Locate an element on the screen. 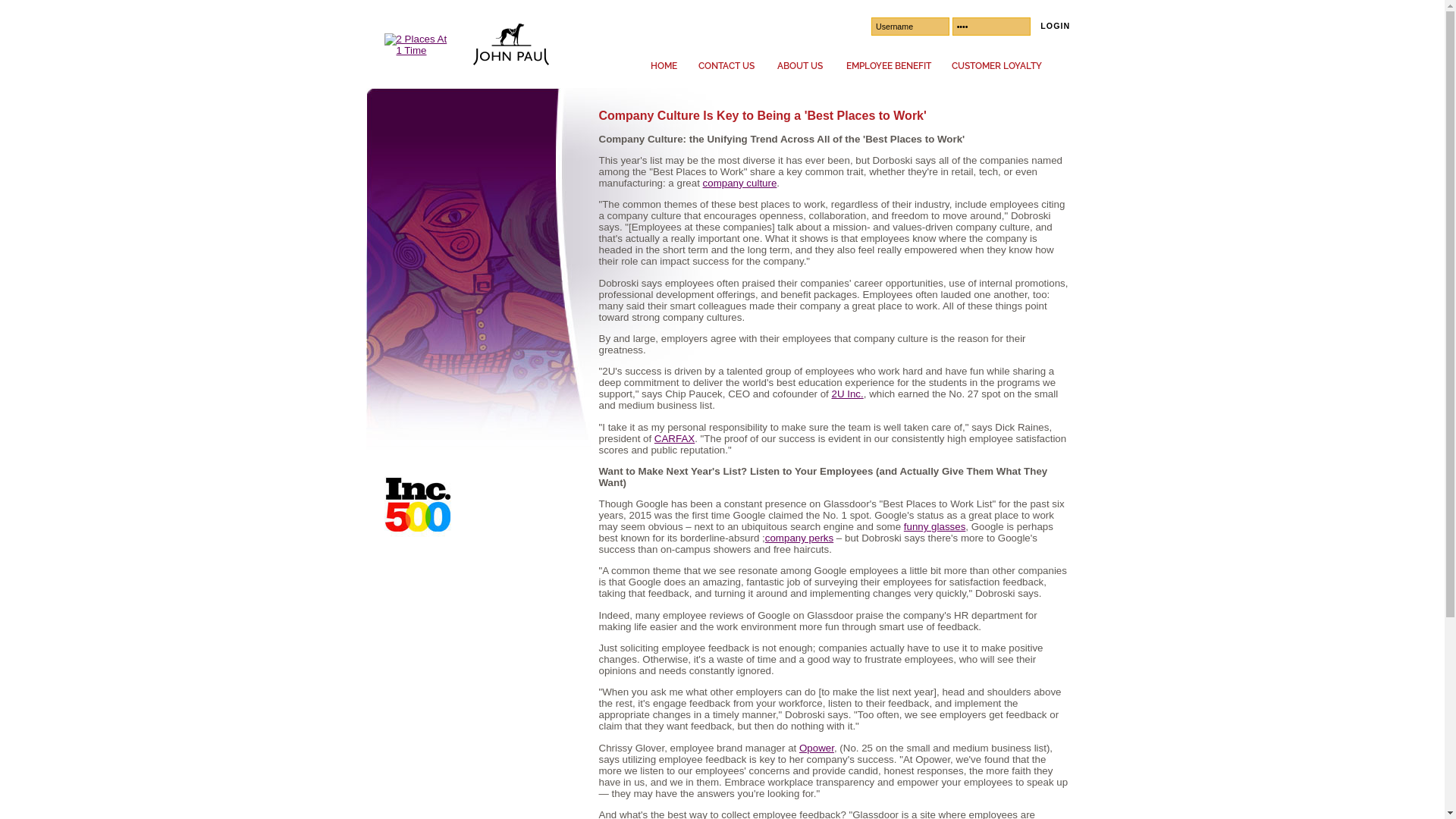  'LOGIN' is located at coordinates (1032, 26).